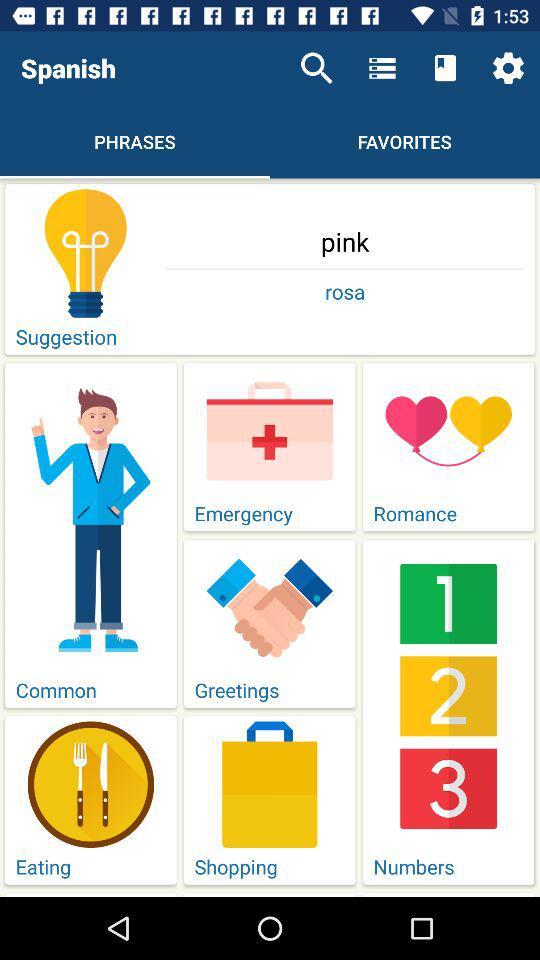 This screenshot has height=960, width=540. What do you see at coordinates (270, 447) in the screenshot?
I see `the emergency button on the web page` at bounding box center [270, 447].